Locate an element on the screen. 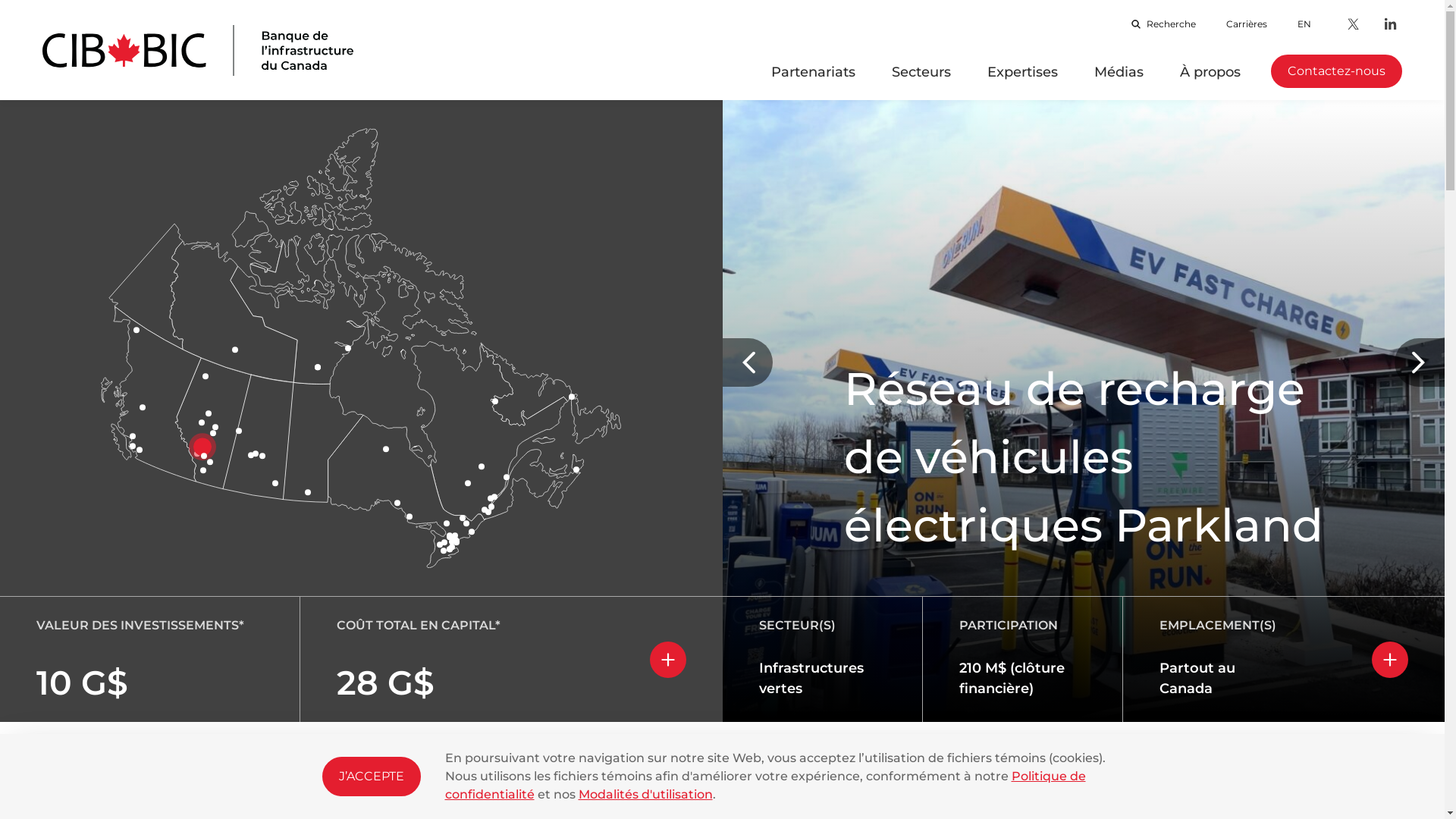 This screenshot has height=819, width=1456. 'Expertises' is located at coordinates (1022, 81).